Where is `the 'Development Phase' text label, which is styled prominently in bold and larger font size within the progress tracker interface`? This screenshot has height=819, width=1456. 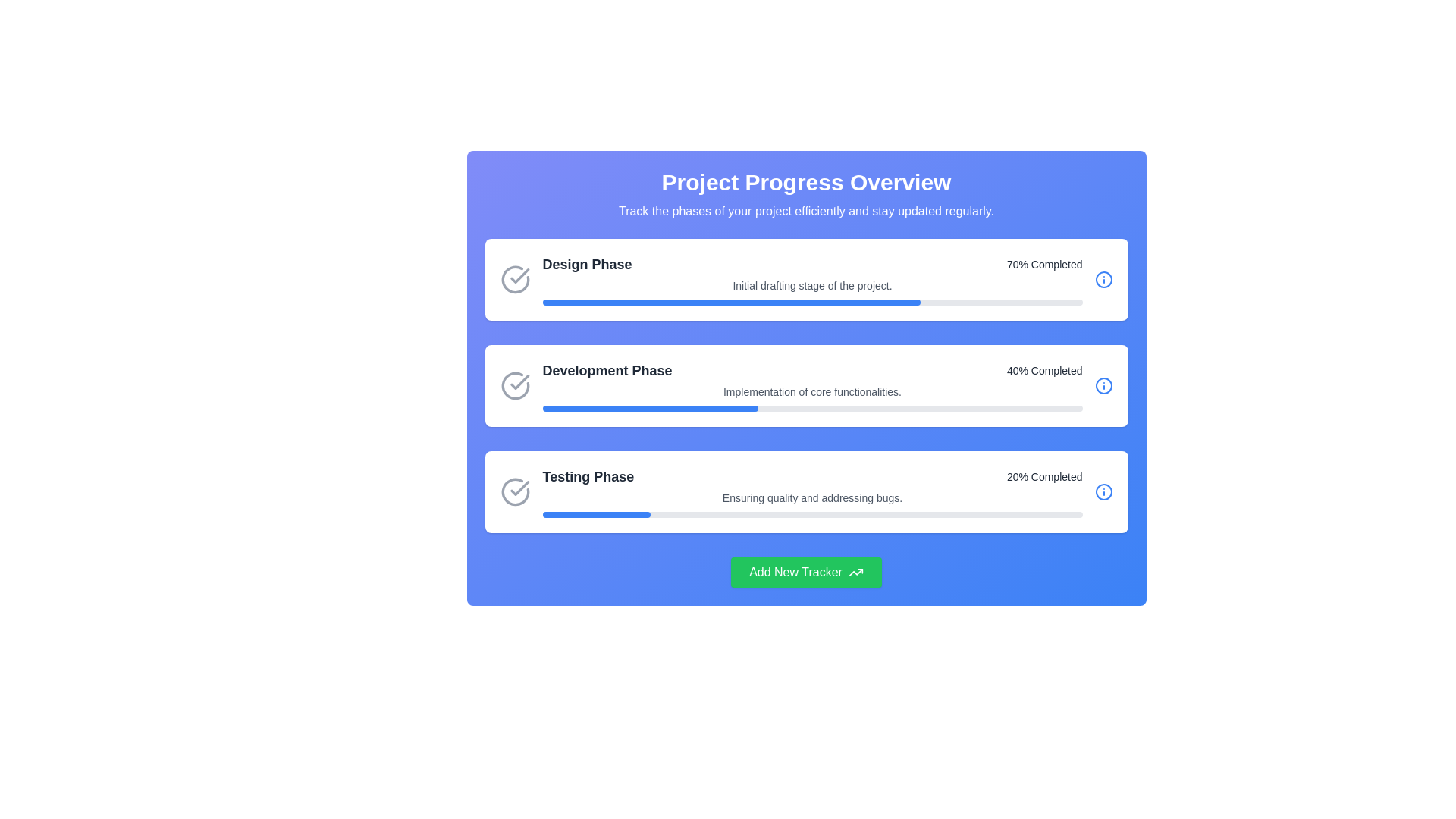 the 'Development Phase' text label, which is styled prominently in bold and larger font size within the progress tracker interface is located at coordinates (607, 371).